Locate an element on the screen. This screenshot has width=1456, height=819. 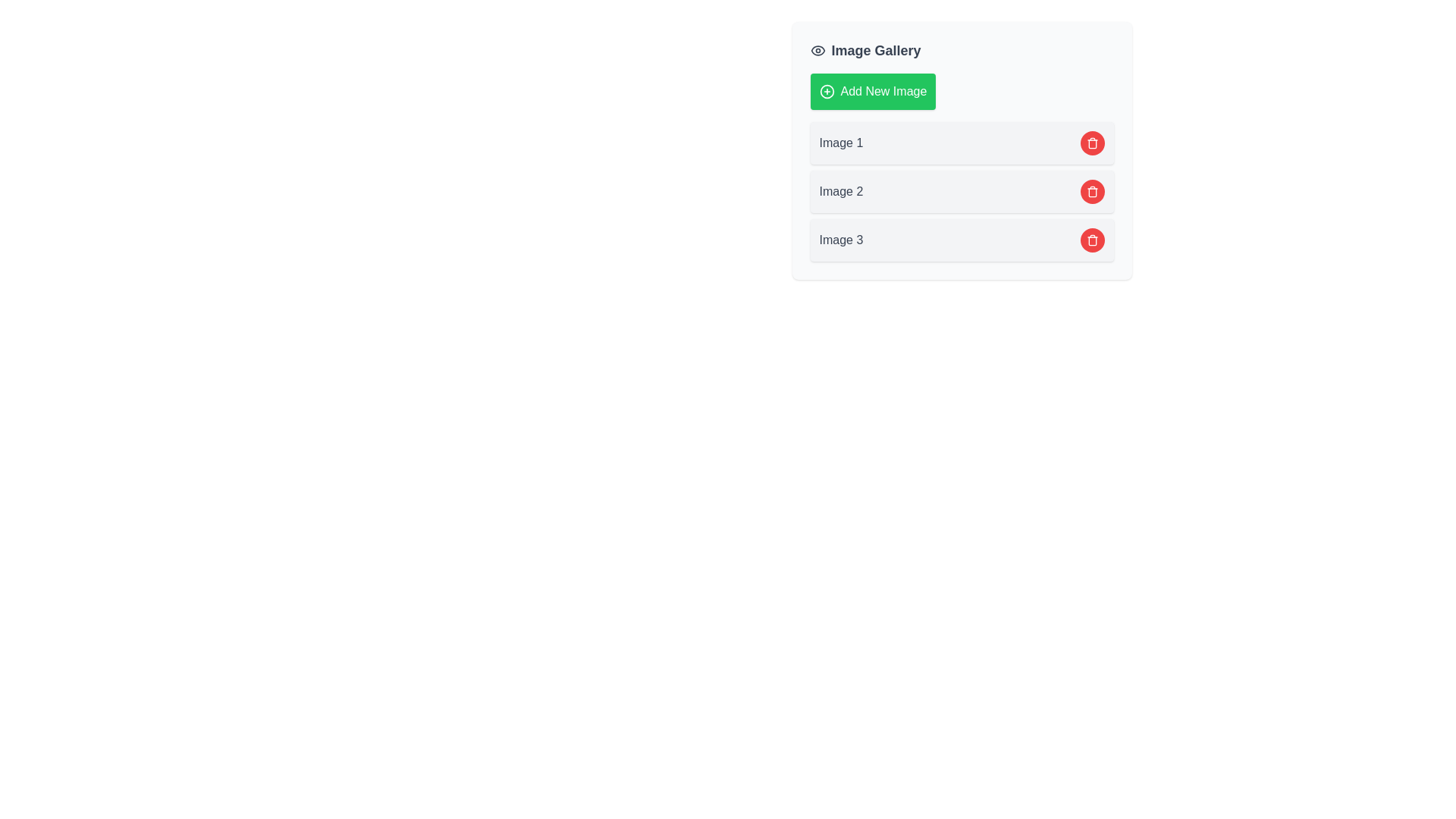
the green 'Add New Image' button with white text and a plus symbol, located near the top of the 'Image Gallery' panel, for a style change is located at coordinates (873, 91).